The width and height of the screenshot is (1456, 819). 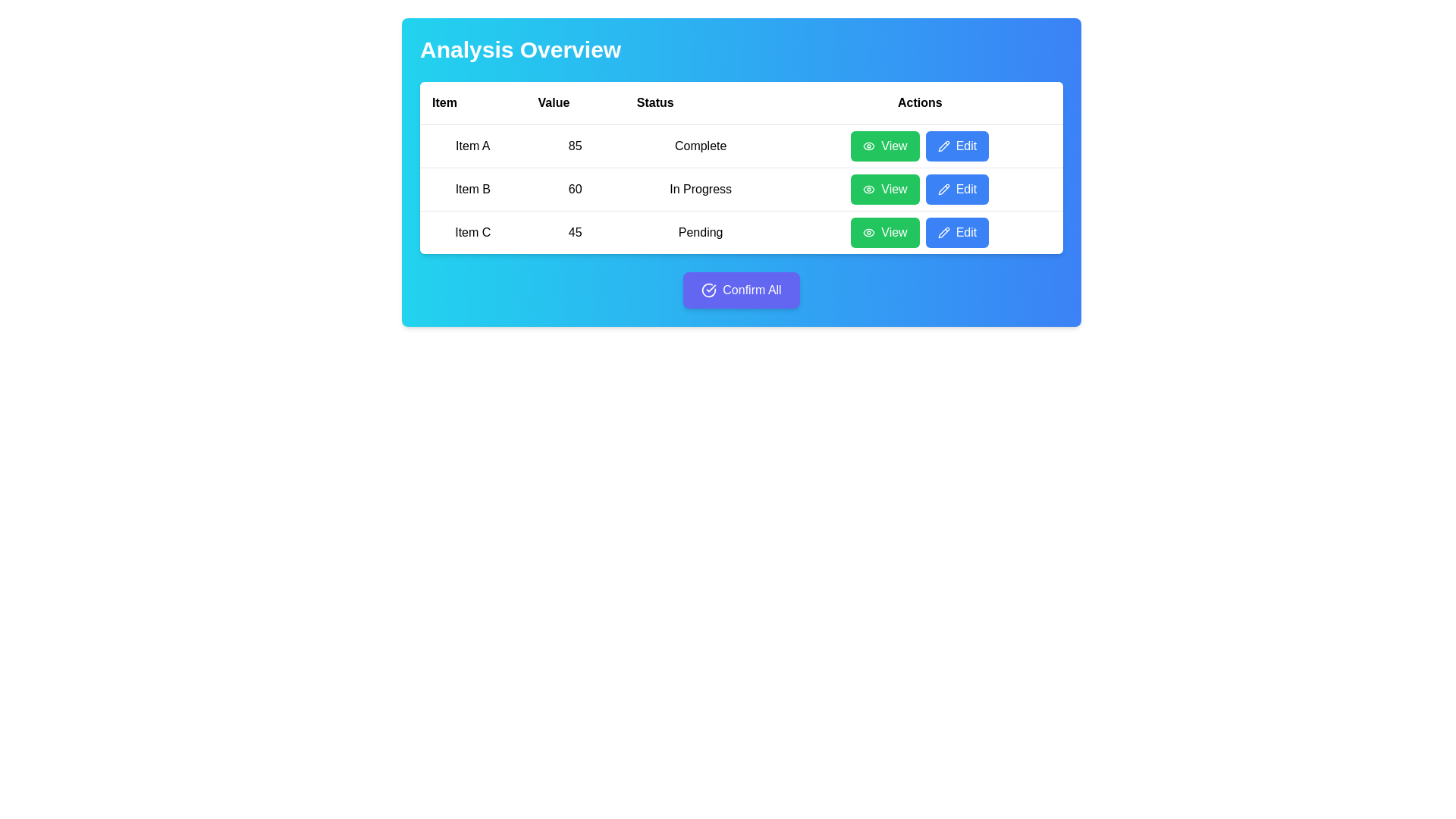 What do you see at coordinates (742, 146) in the screenshot?
I see `the first row of the data table which contains the columns 'Item', 'Value', 'Status', and 'Actions', with the buttons 'View' and 'Edit'` at bounding box center [742, 146].